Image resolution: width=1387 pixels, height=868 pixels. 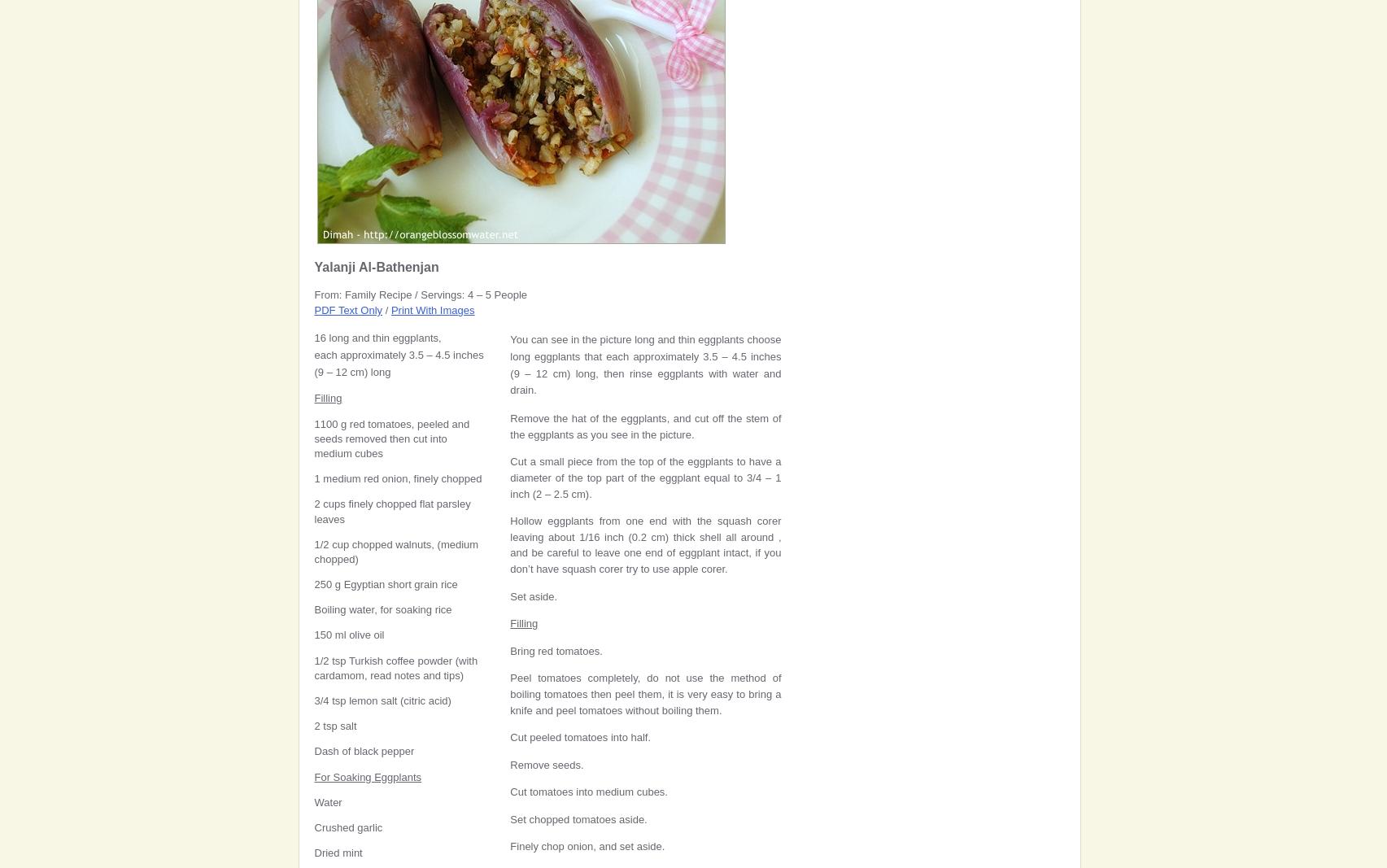 What do you see at coordinates (347, 309) in the screenshot?
I see `'PDF Text Only'` at bounding box center [347, 309].